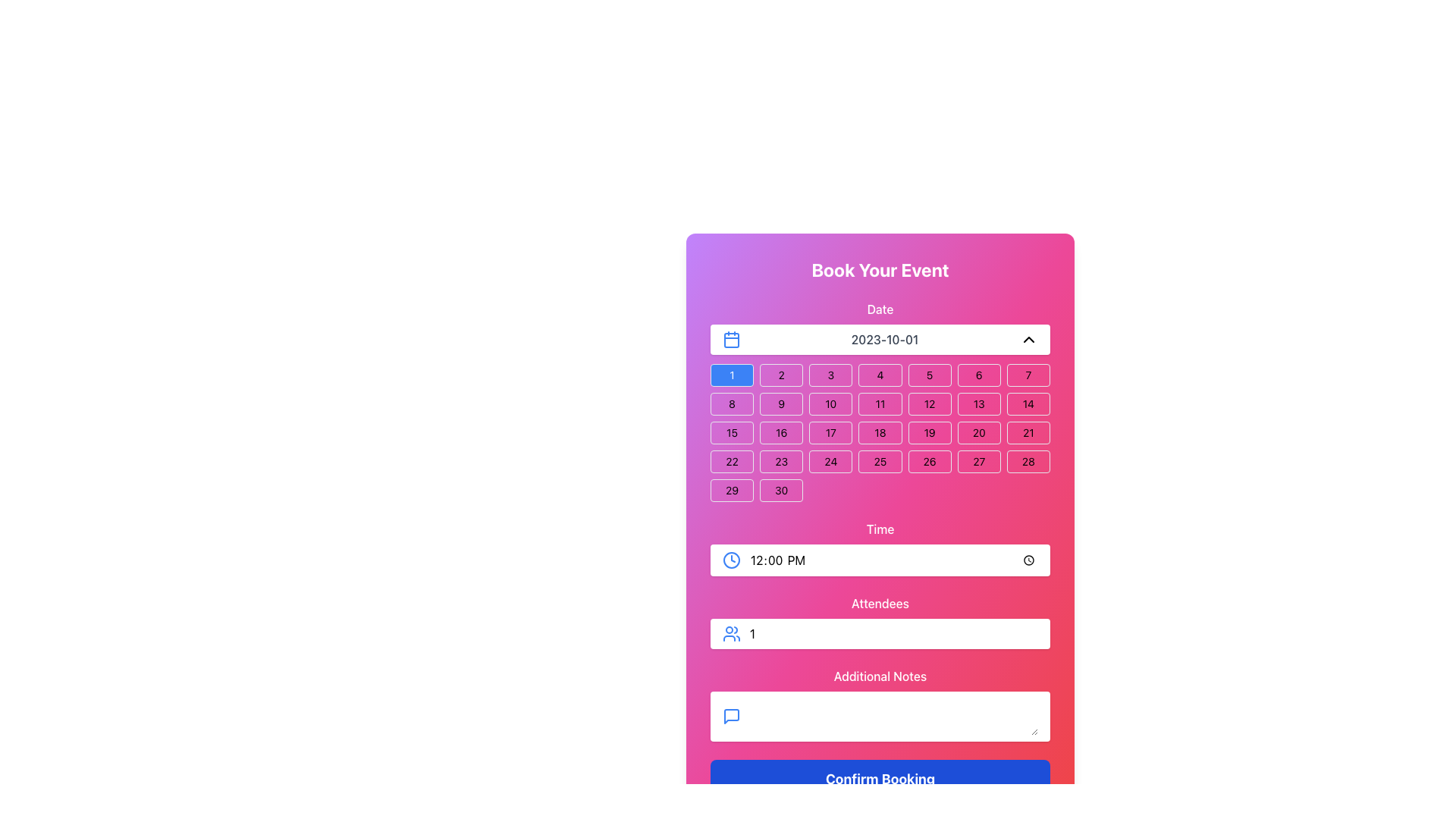 This screenshot has width=1456, height=819. Describe the element at coordinates (1028, 375) in the screenshot. I see `the button representing the date '7' in the calendar interface` at that location.